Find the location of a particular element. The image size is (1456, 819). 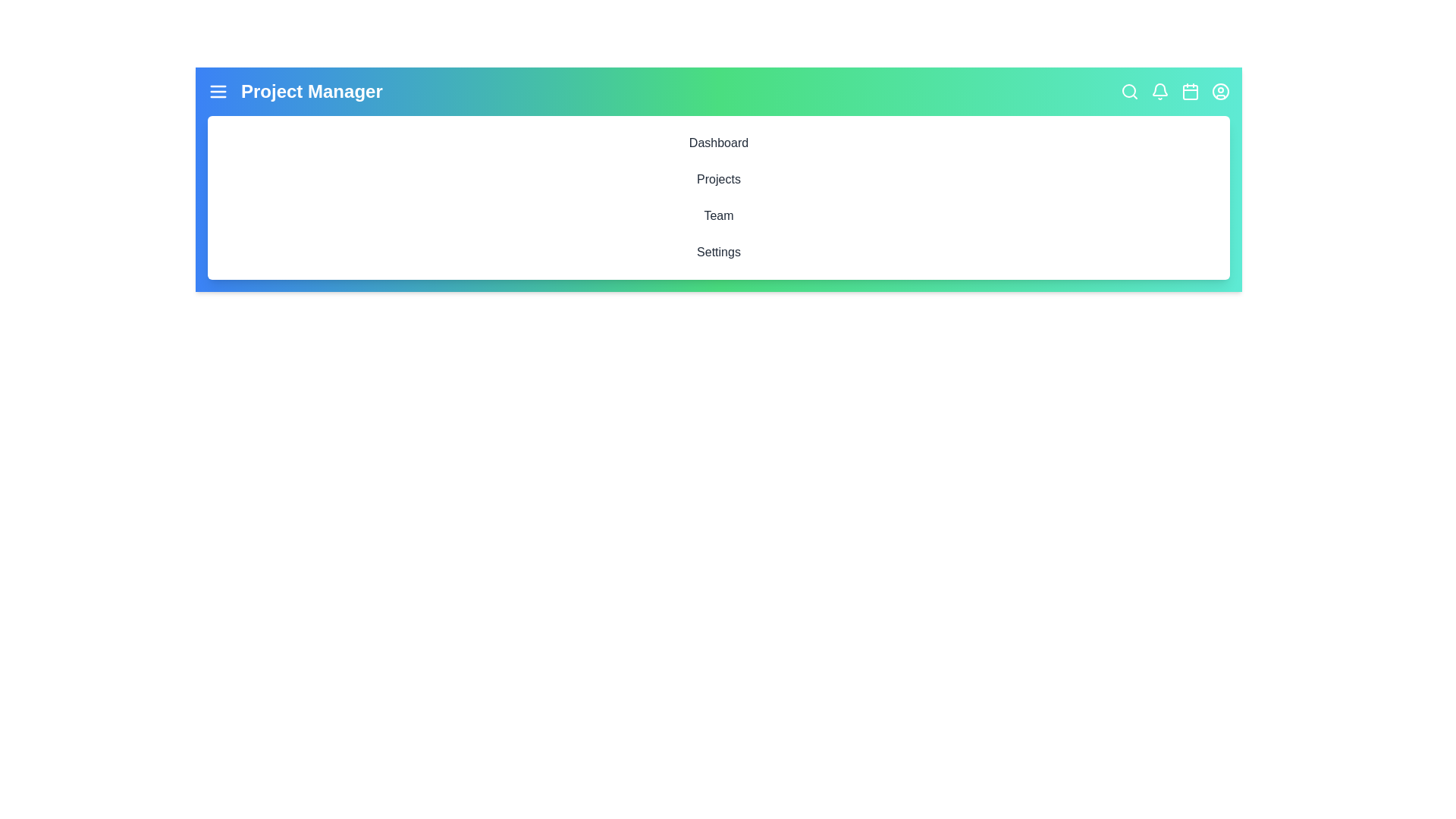

the interactive element Bell to inspect its hover effect is located at coordinates (1159, 91).